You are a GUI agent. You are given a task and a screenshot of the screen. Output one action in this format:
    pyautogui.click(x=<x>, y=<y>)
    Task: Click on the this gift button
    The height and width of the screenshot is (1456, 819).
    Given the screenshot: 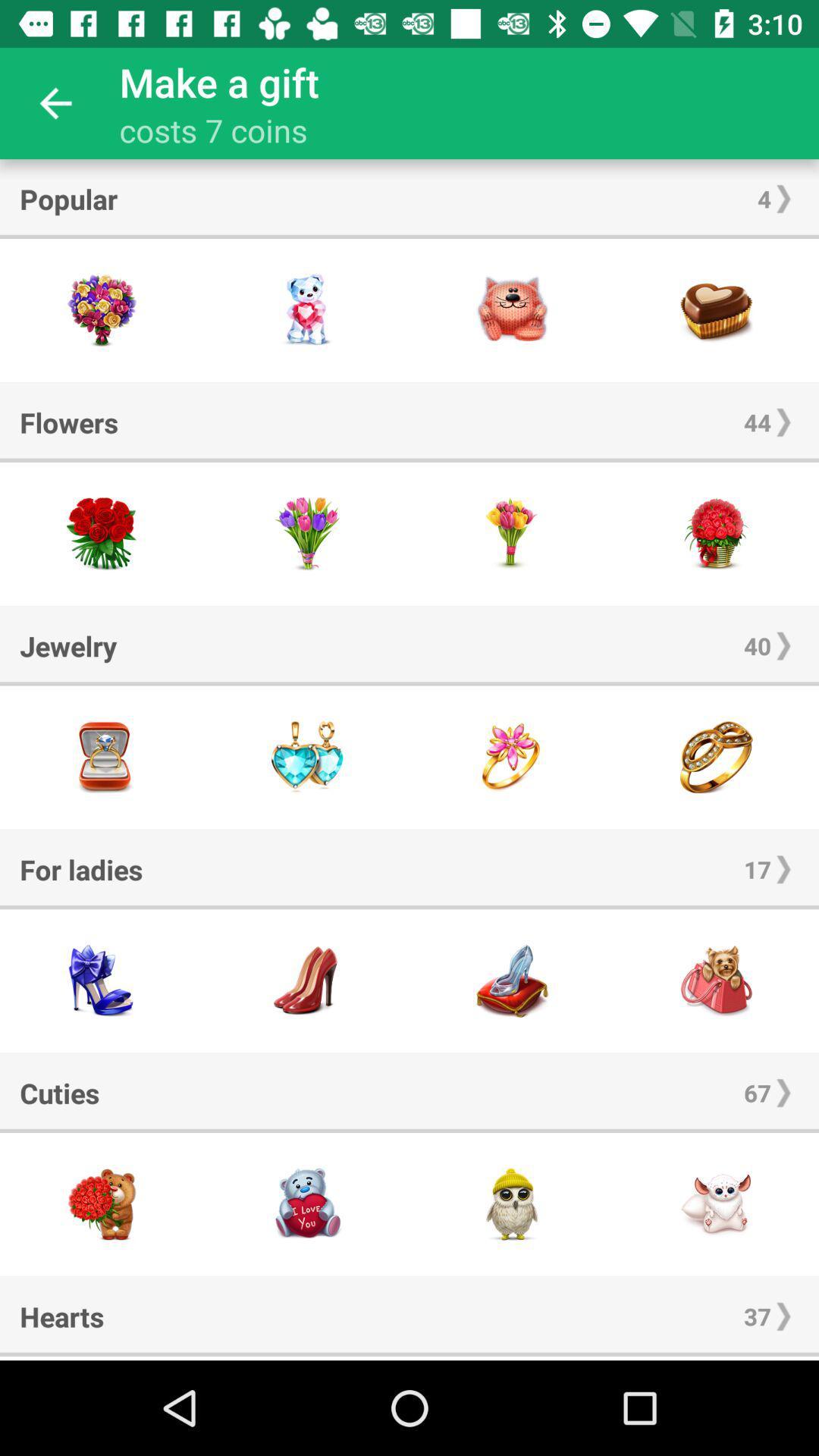 What is the action you would take?
    pyautogui.click(x=102, y=757)
    